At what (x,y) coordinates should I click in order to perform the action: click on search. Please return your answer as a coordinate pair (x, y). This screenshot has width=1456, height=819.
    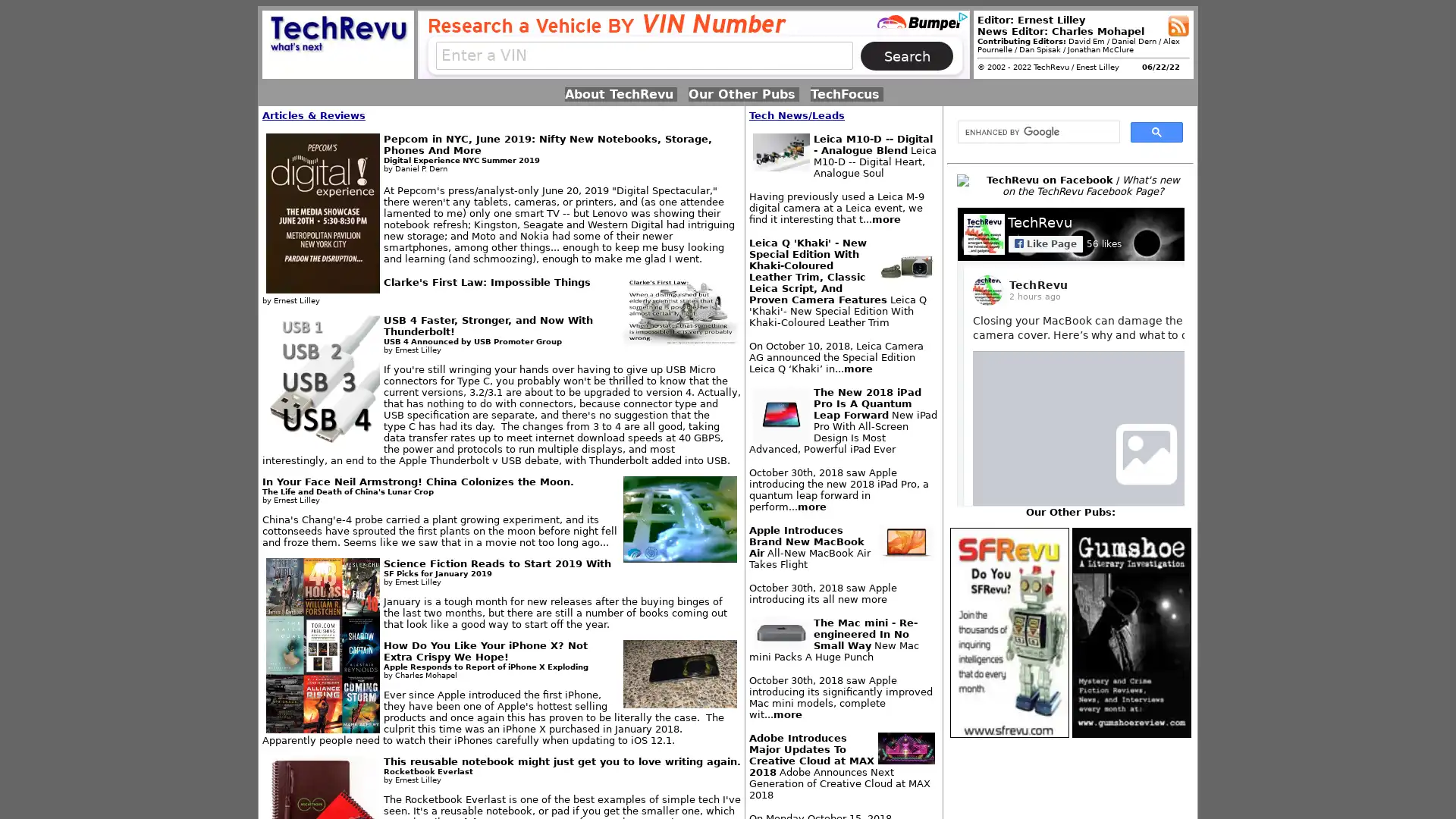
    Looking at the image, I should click on (1156, 130).